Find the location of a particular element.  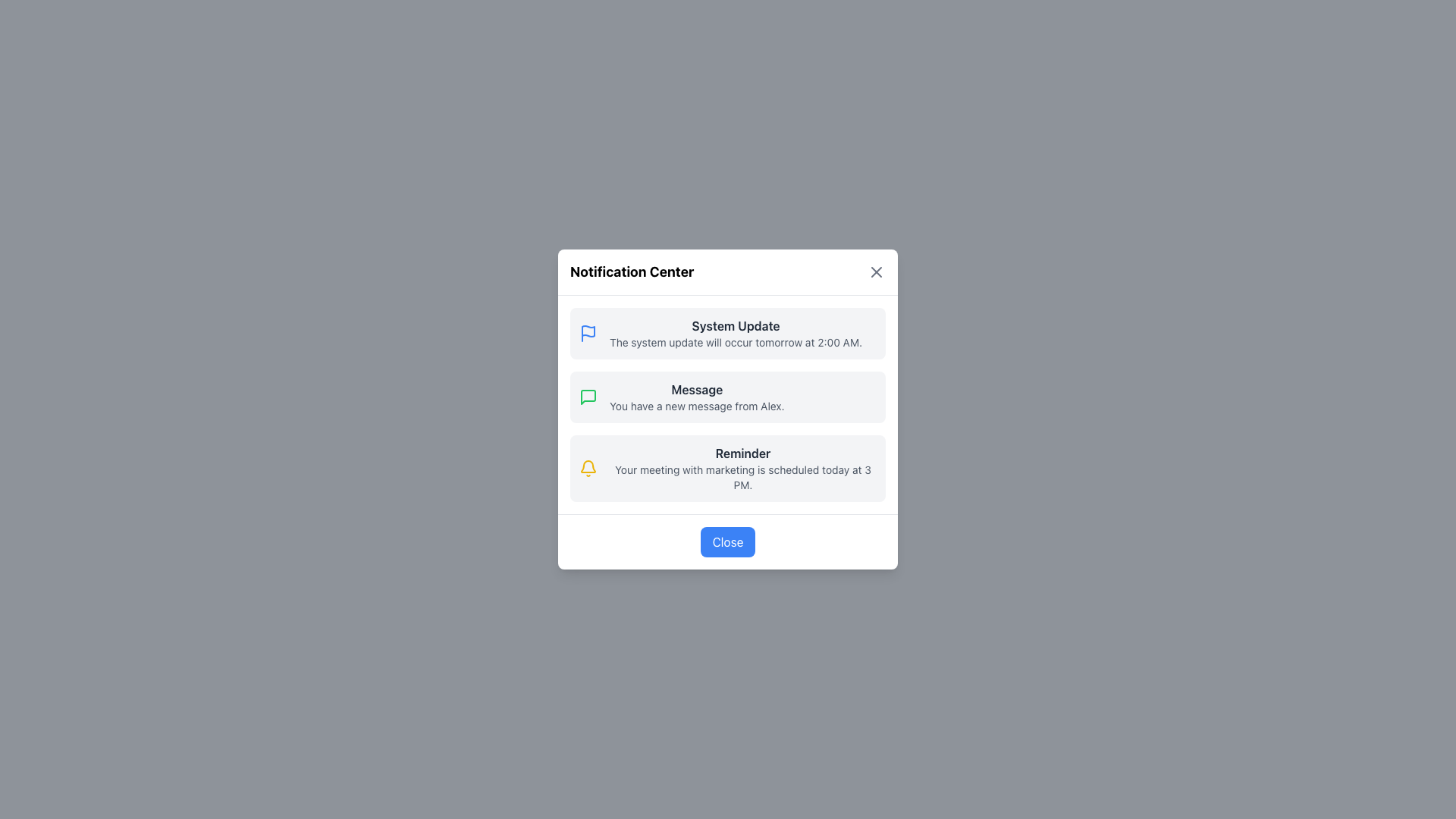

the blue rectangular 'Close' button with rounded corners located at the bottom center of the modal window is located at coordinates (728, 540).